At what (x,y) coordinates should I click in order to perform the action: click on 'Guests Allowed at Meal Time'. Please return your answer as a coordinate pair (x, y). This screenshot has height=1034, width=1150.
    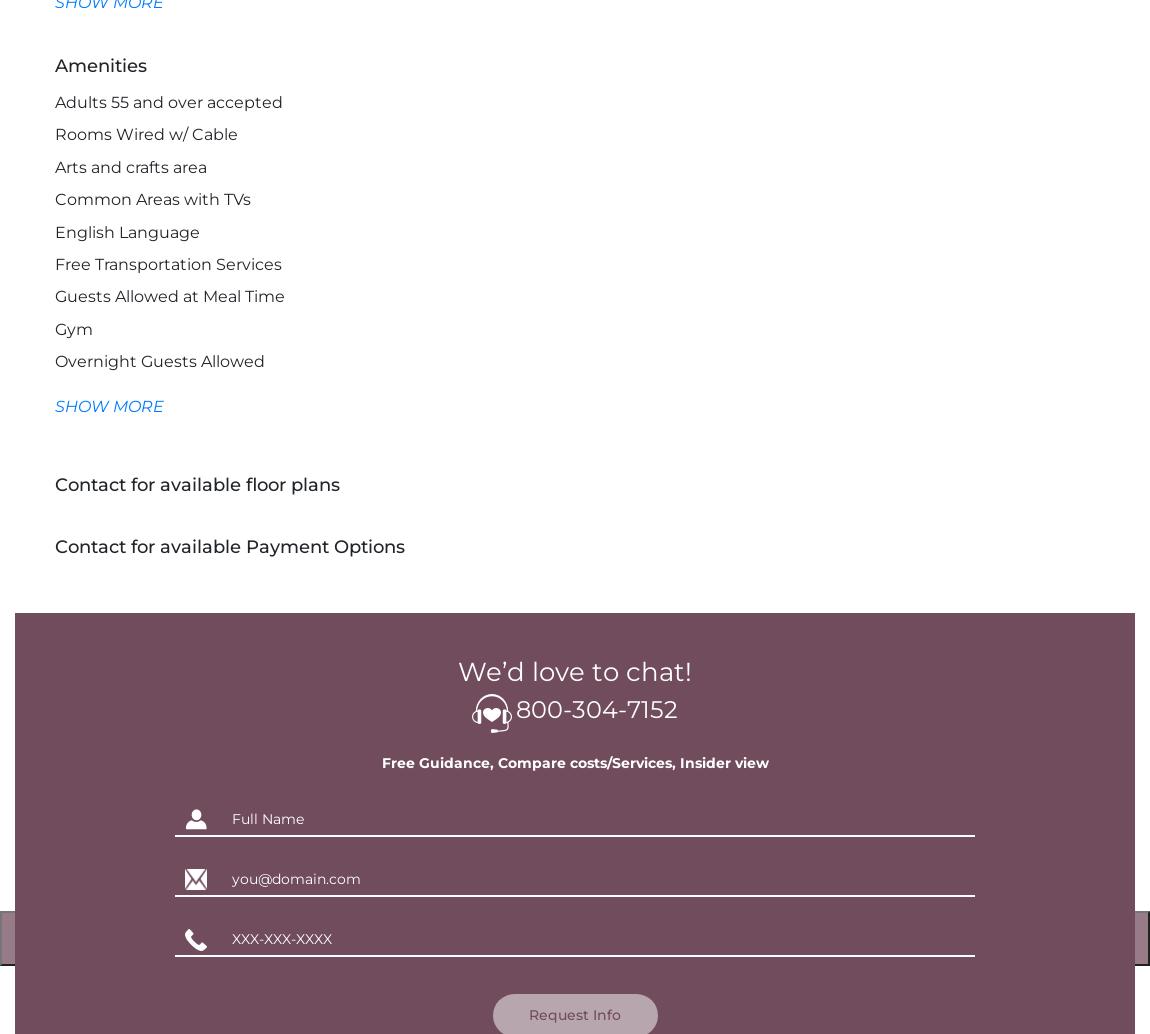
    Looking at the image, I should click on (53, 295).